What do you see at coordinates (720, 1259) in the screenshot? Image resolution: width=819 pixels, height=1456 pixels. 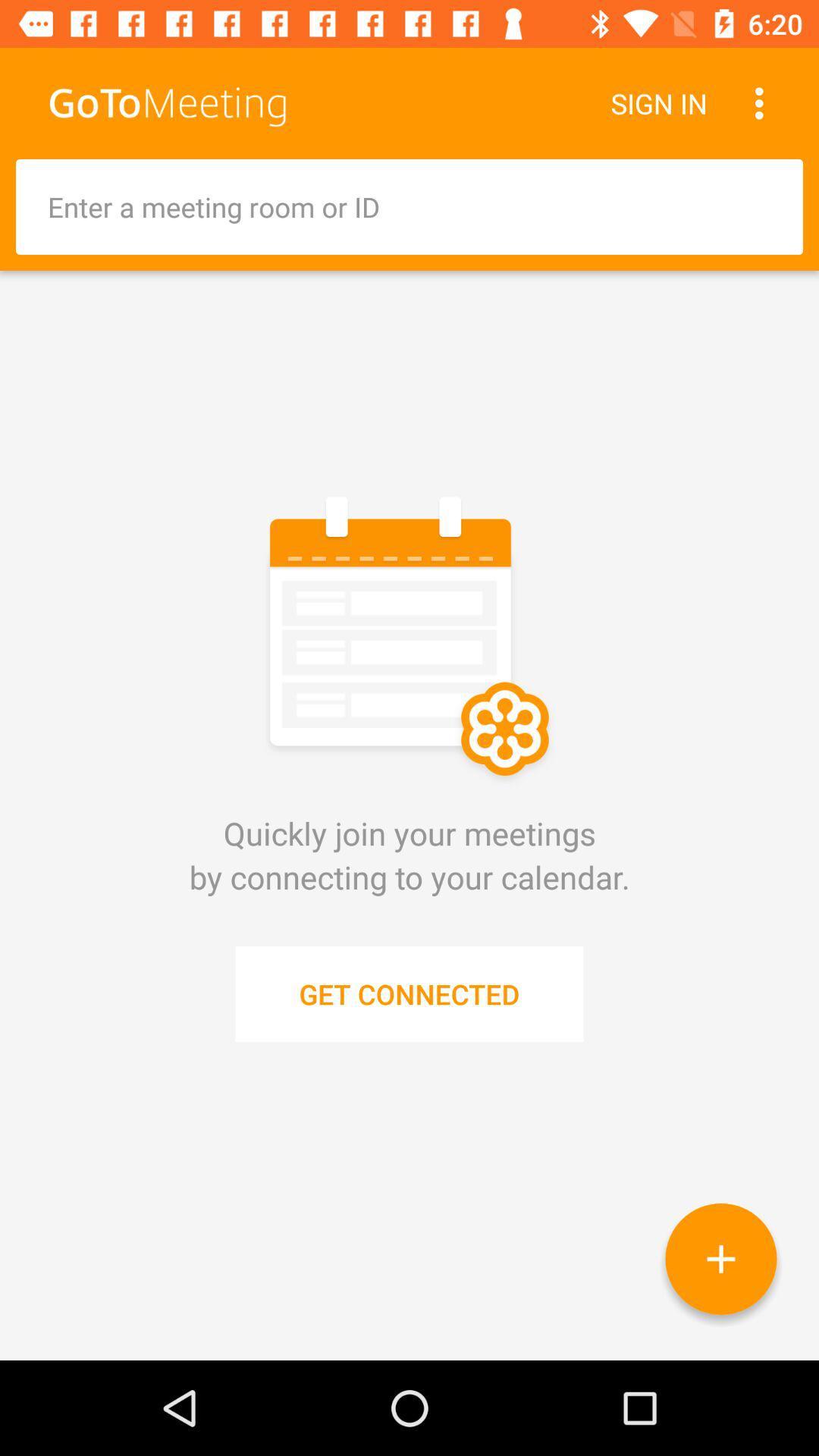 I see `icon below the quickly join your` at bounding box center [720, 1259].